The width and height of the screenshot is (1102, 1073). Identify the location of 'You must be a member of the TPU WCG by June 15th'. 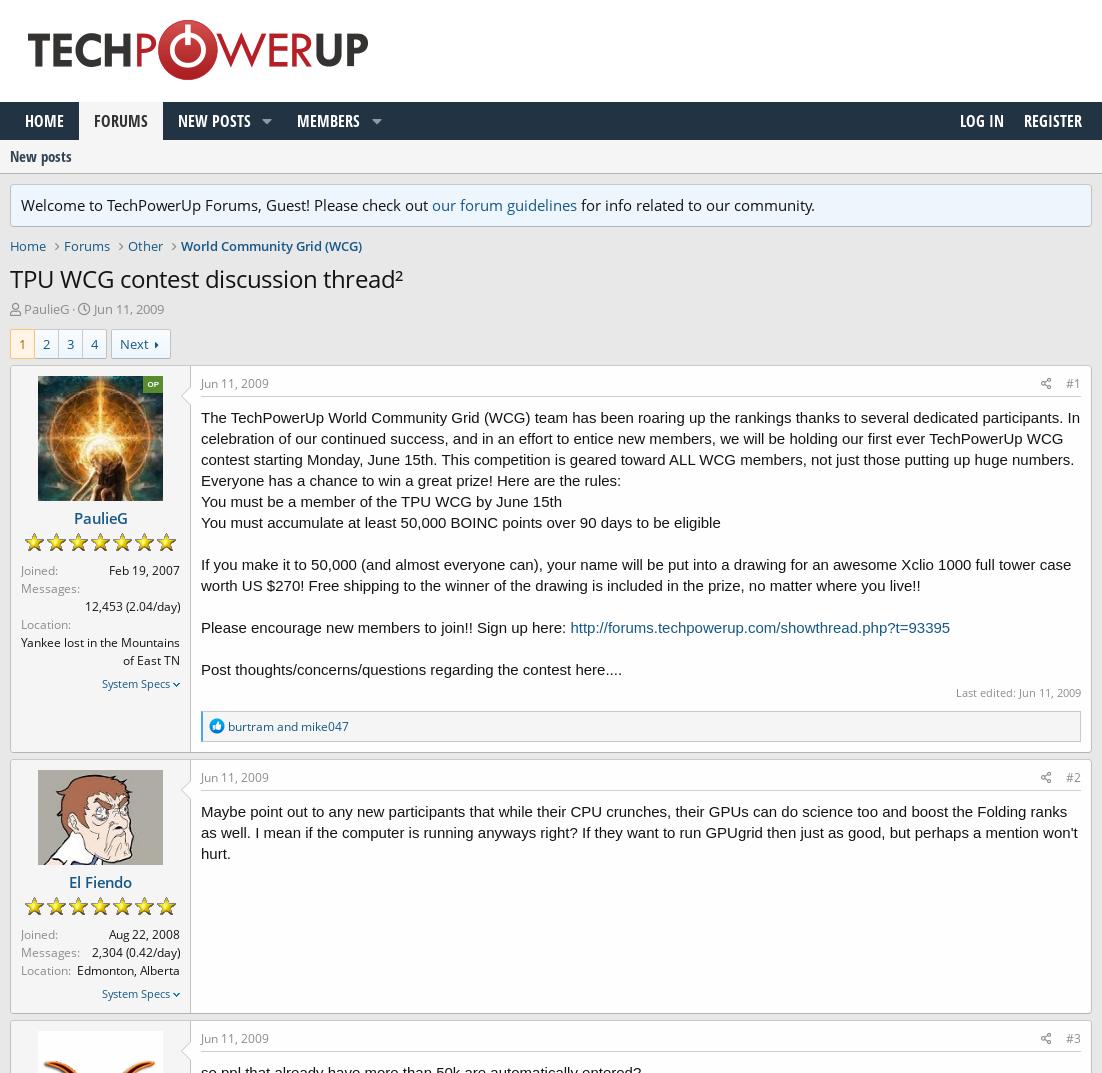
(201, 499).